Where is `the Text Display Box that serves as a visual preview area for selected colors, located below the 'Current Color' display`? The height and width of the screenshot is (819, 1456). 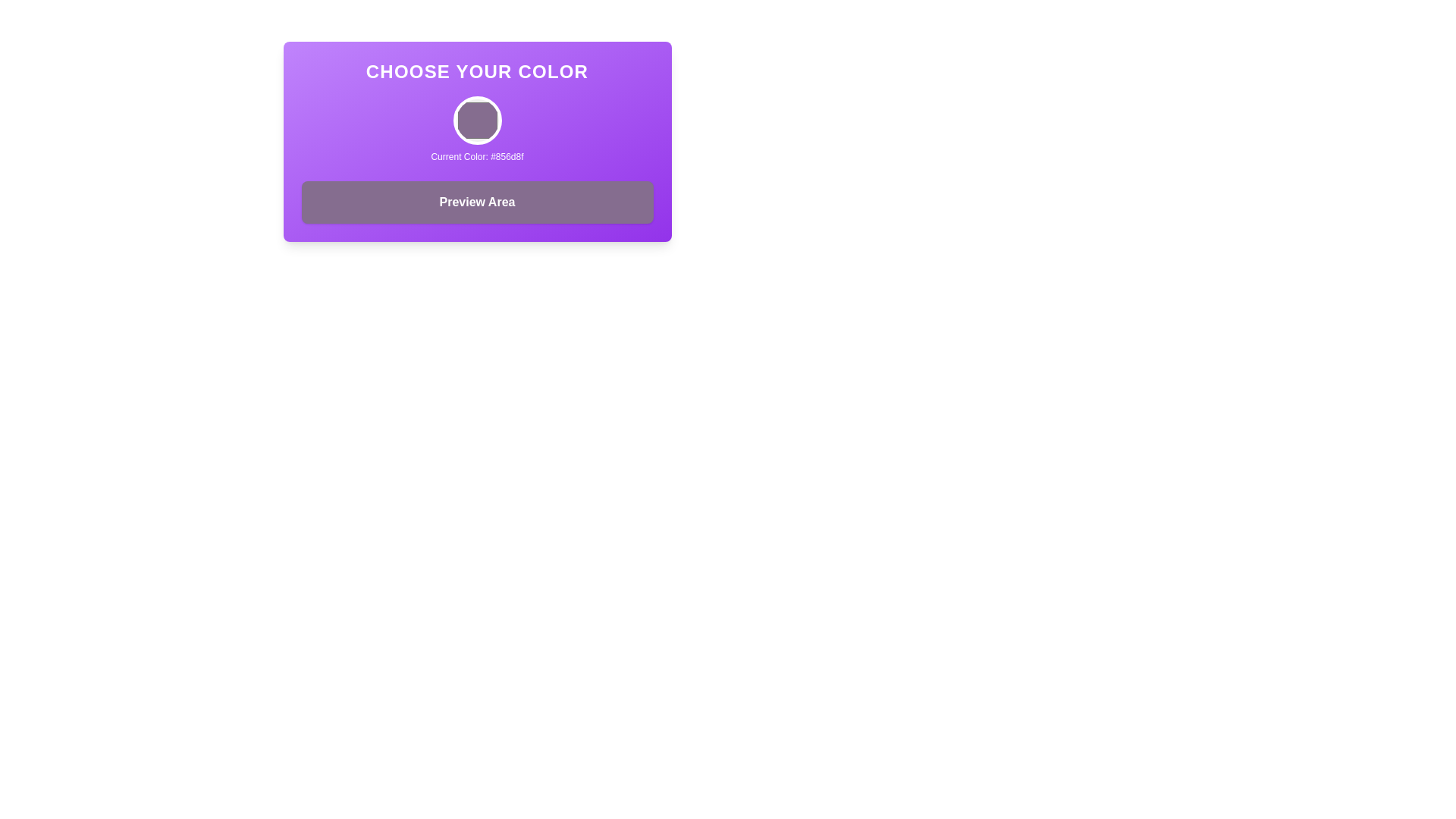
the Text Display Box that serves as a visual preview area for selected colors, located below the 'Current Color' display is located at coordinates (476, 201).